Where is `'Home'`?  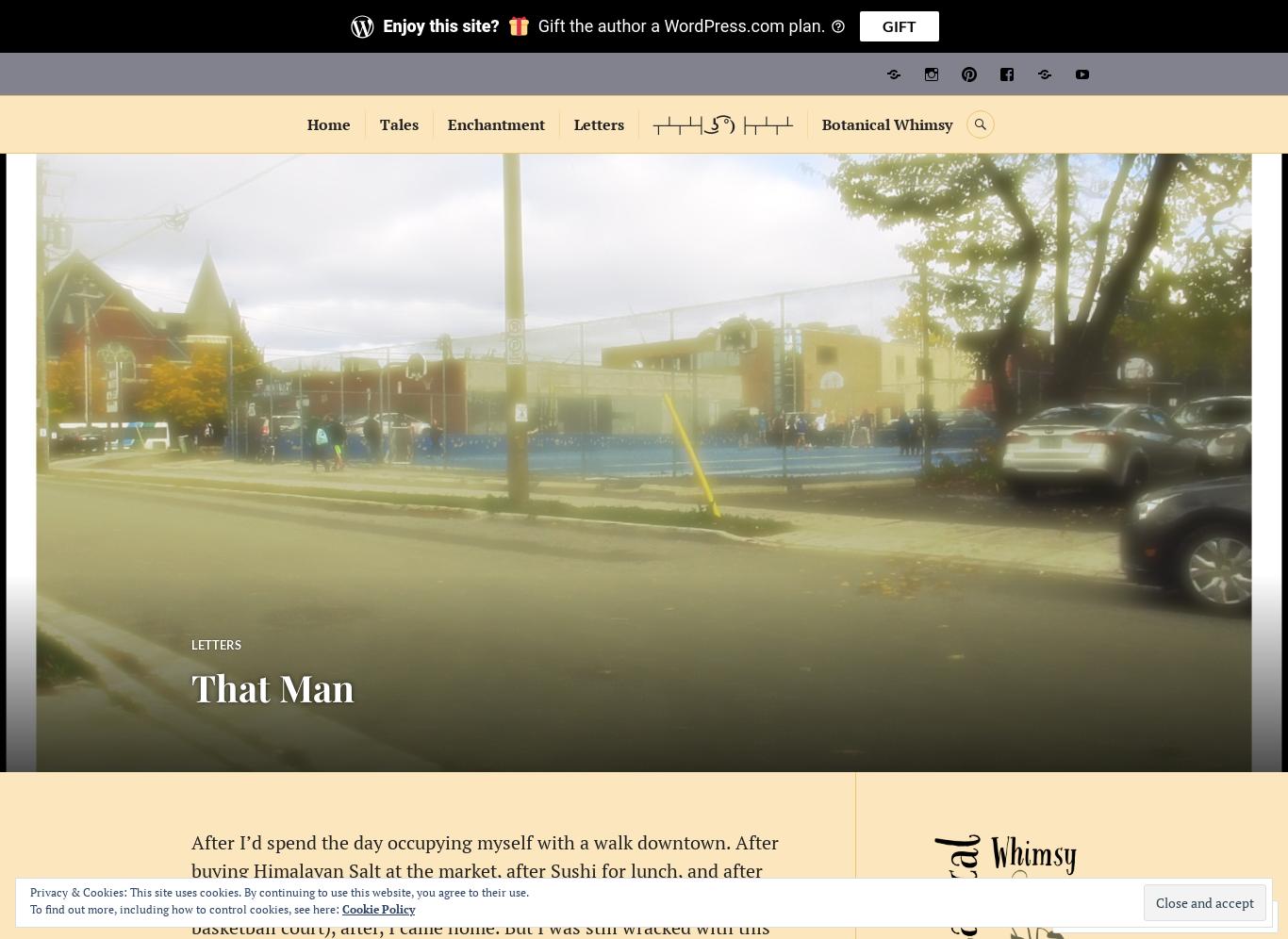
'Home' is located at coordinates (327, 123).